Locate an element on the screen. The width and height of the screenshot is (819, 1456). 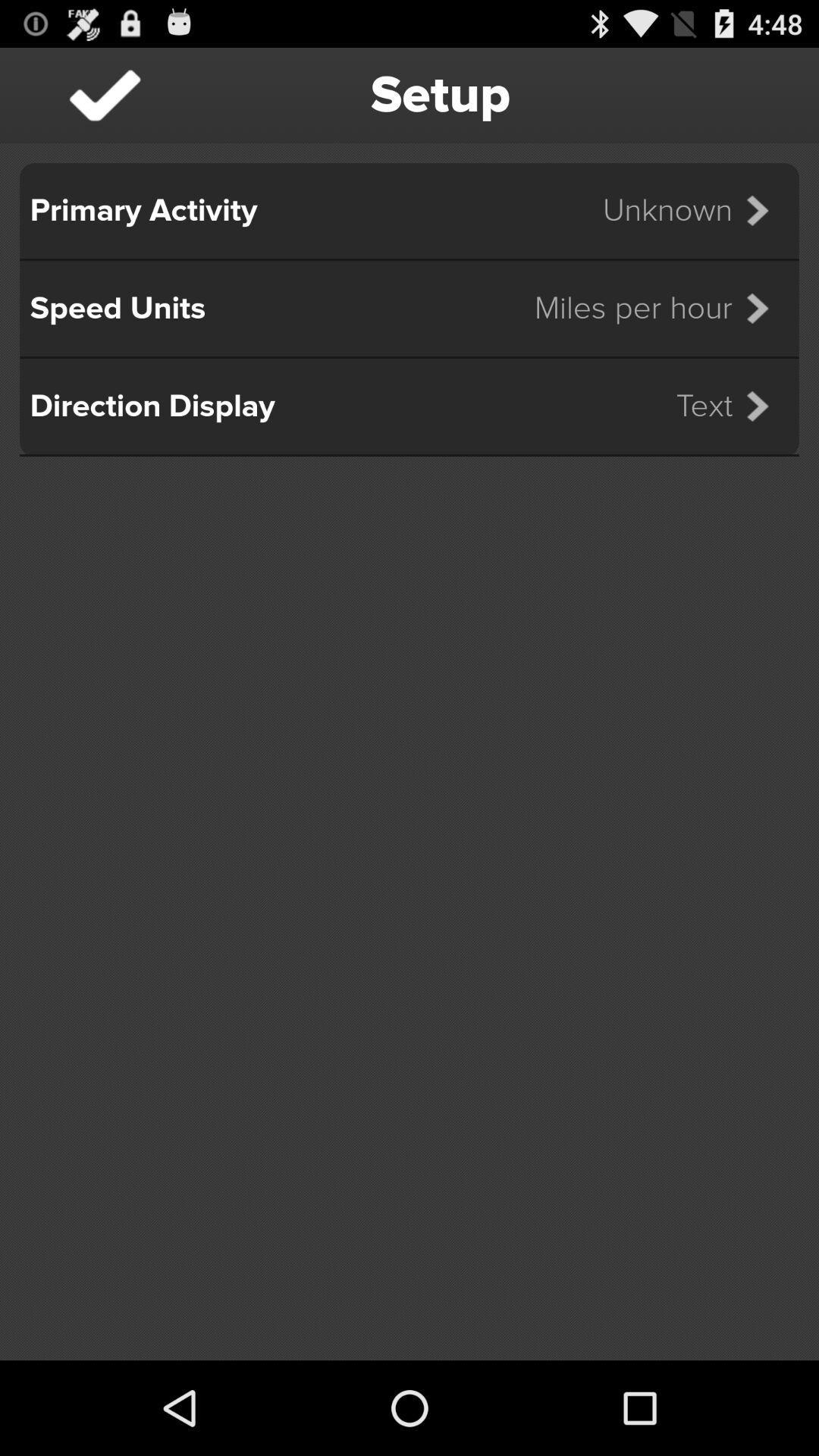
the icon next to speed units icon is located at coordinates (661, 308).